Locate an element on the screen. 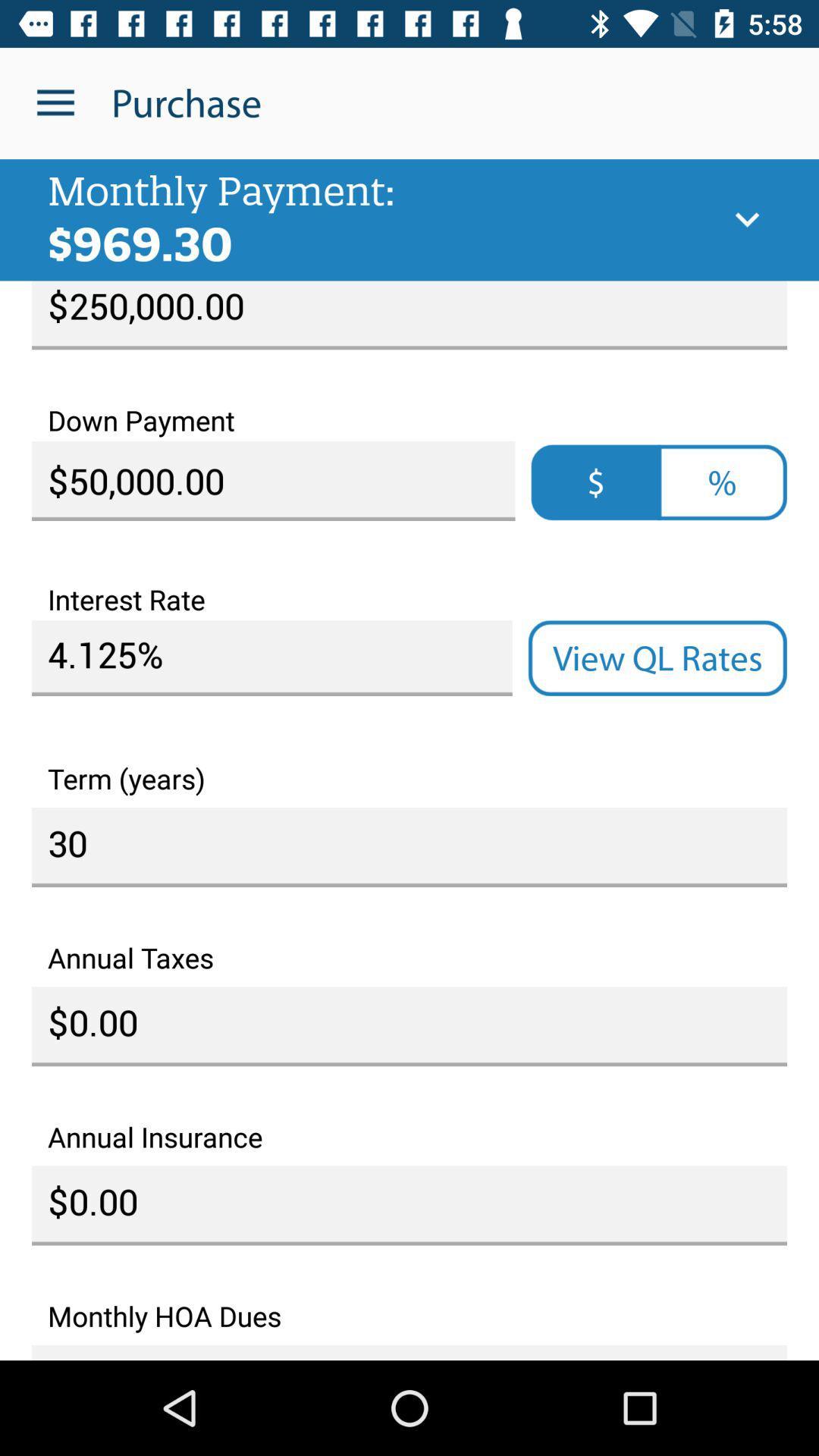  the icon below the down payment is located at coordinates (595, 482).